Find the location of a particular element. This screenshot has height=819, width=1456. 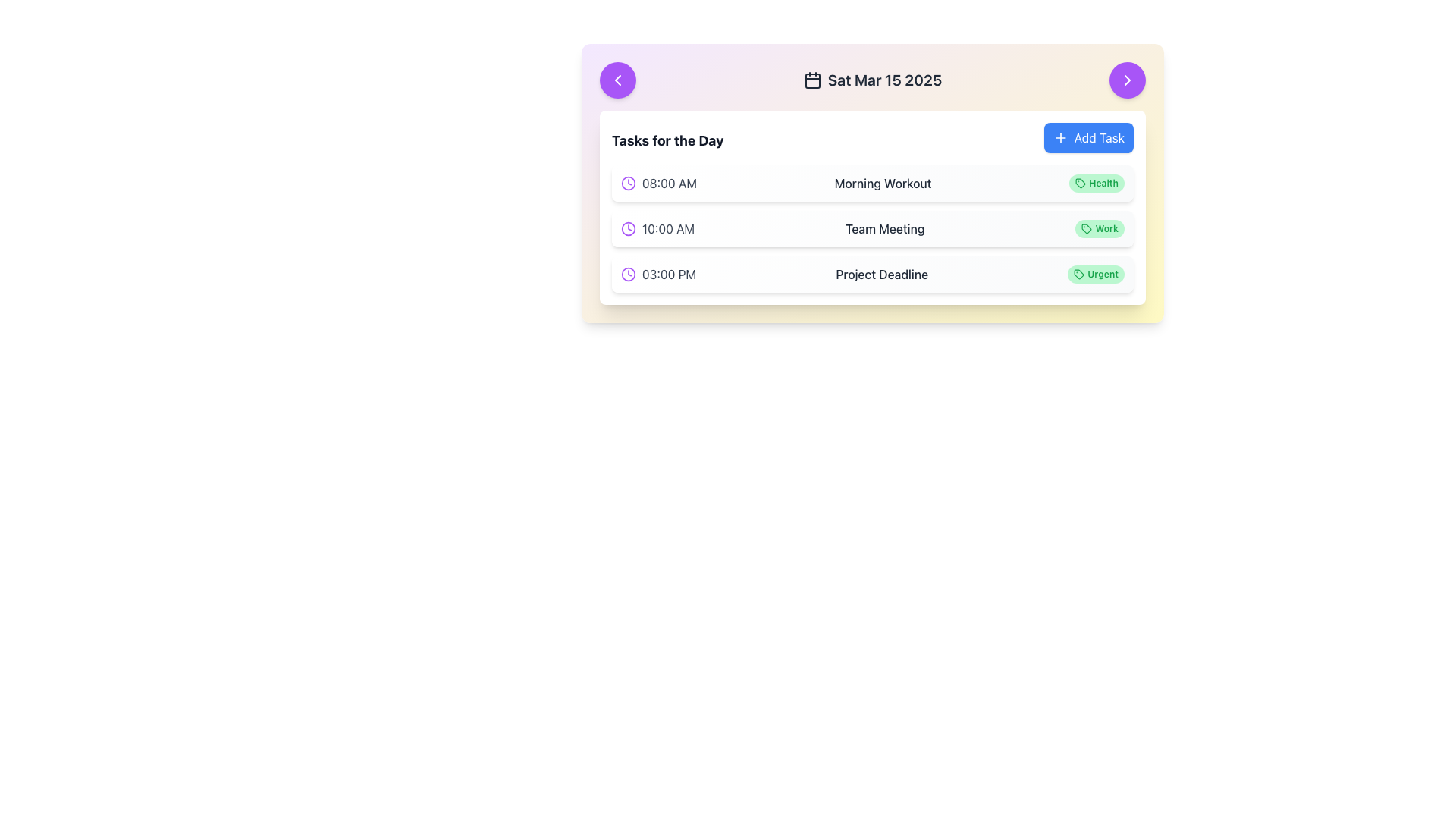

the chevron icon located within the circular purple-colored button at the top-right corner of the main interface is located at coordinates (1128, 80).